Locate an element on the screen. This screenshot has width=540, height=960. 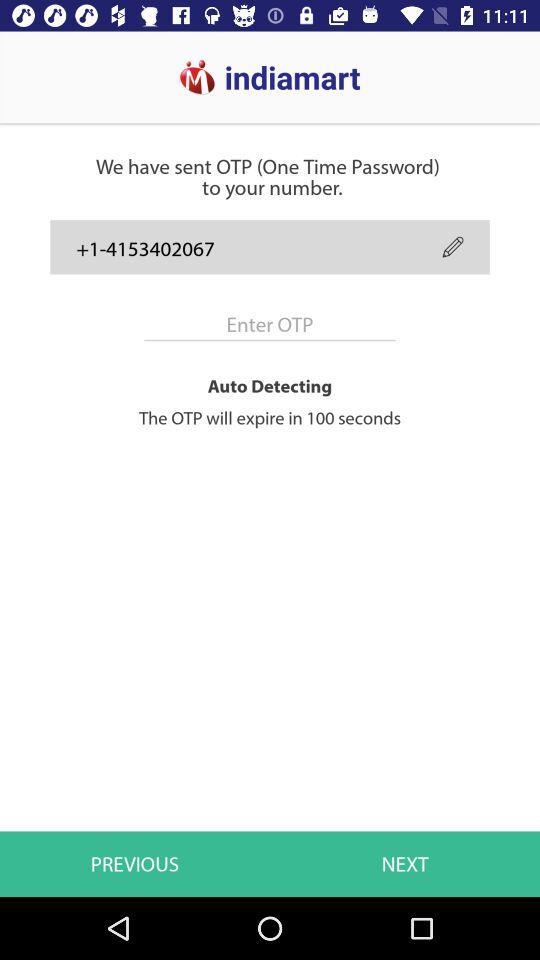
the icon next to next icon is located at coordinates (135, 863).